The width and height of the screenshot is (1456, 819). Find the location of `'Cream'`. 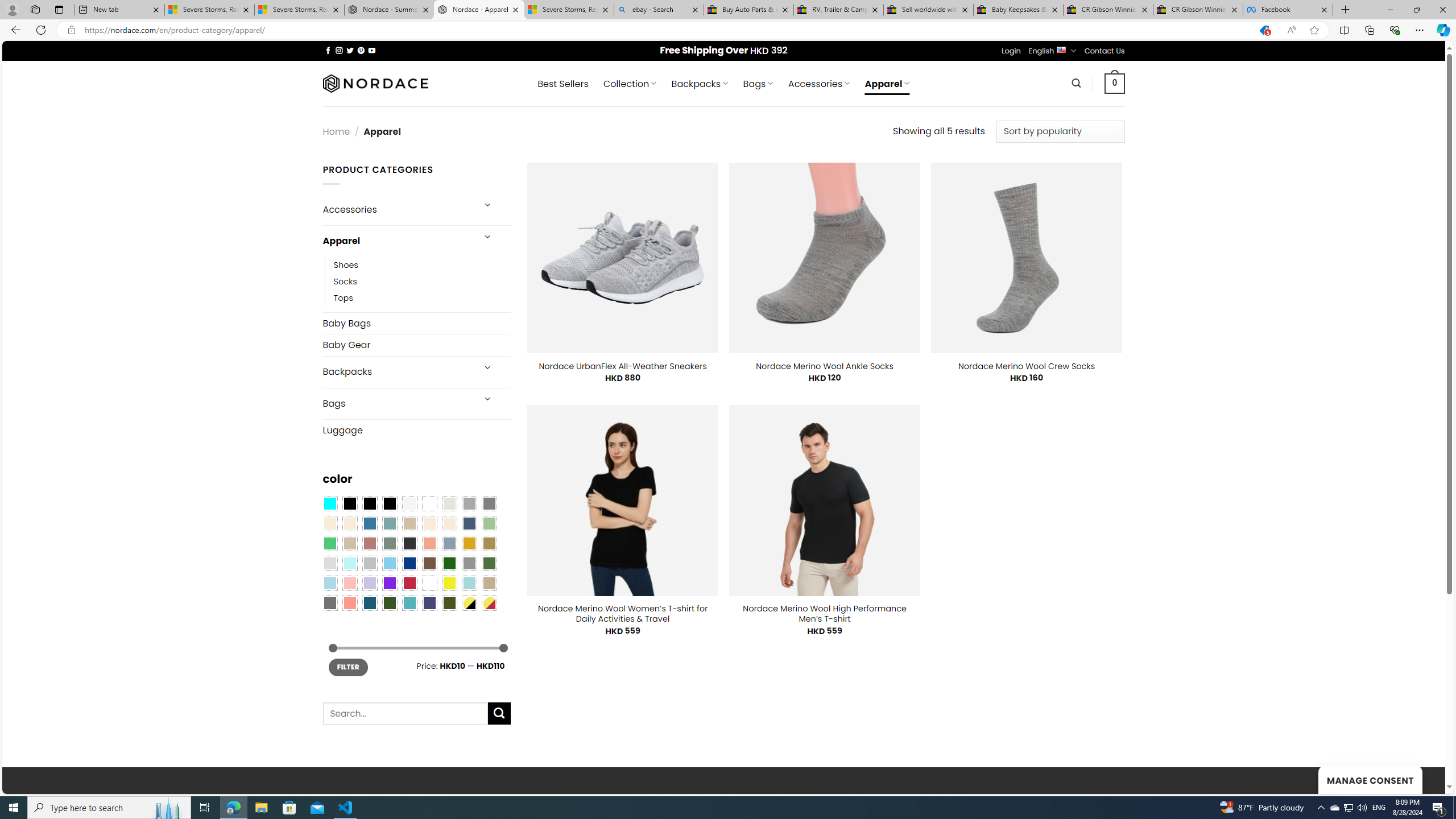

'Cream' is located at coordinates (449, 523).